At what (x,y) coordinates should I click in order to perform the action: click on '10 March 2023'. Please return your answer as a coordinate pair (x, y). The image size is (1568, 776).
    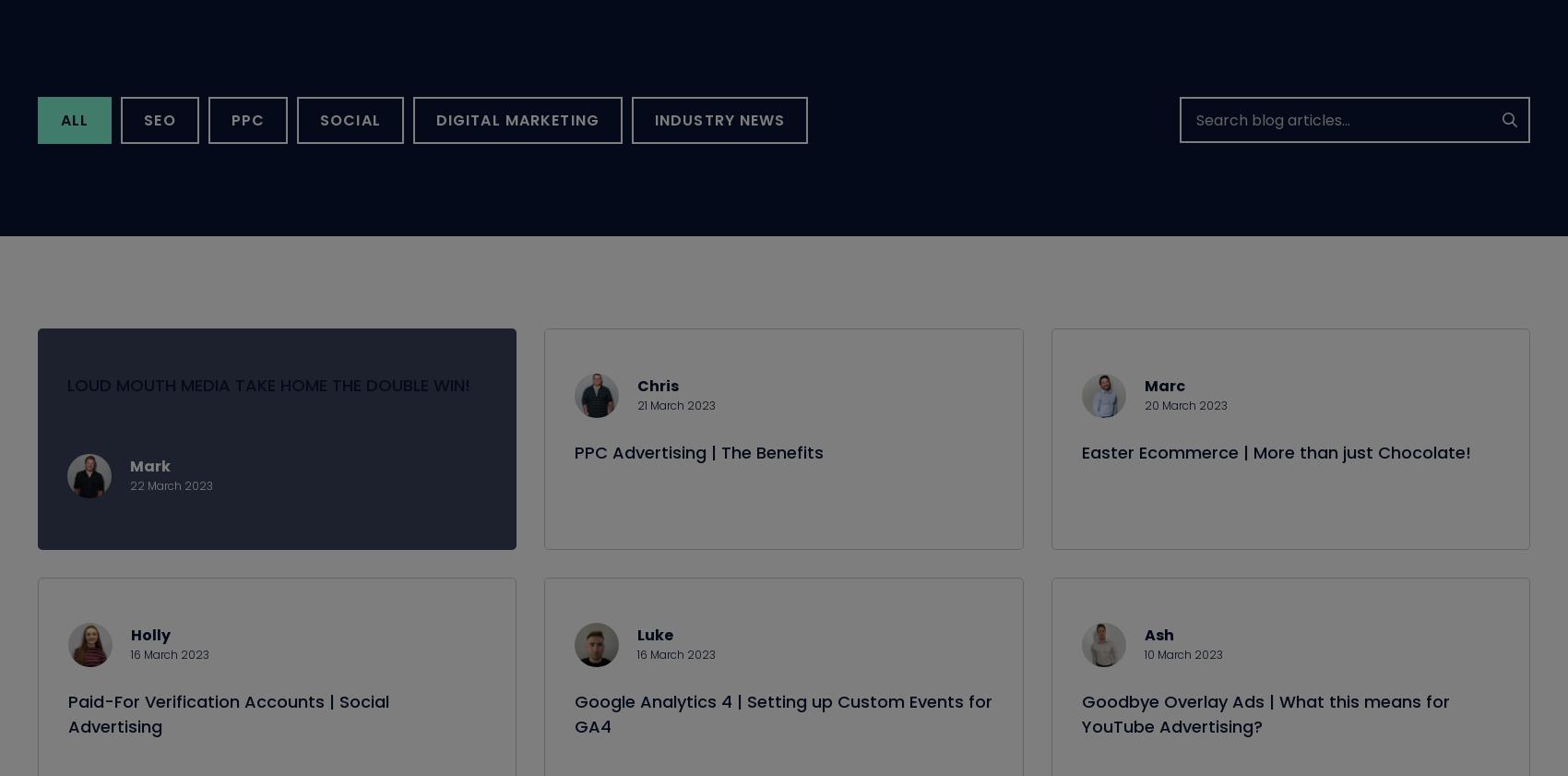
    Looking at the image, I should click on (1182, 675).